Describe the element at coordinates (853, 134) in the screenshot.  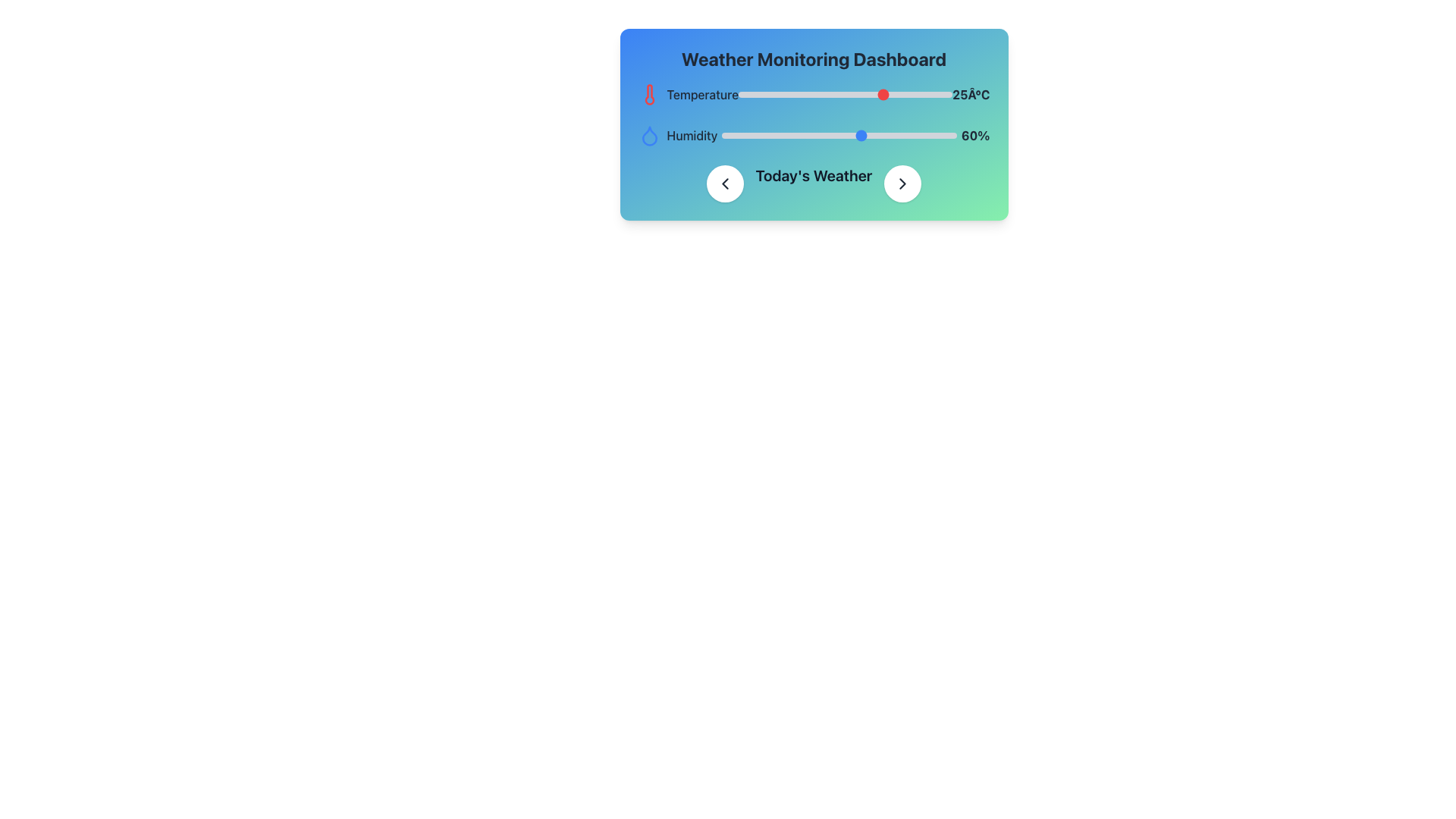
I see `the humidity slider` at that location.